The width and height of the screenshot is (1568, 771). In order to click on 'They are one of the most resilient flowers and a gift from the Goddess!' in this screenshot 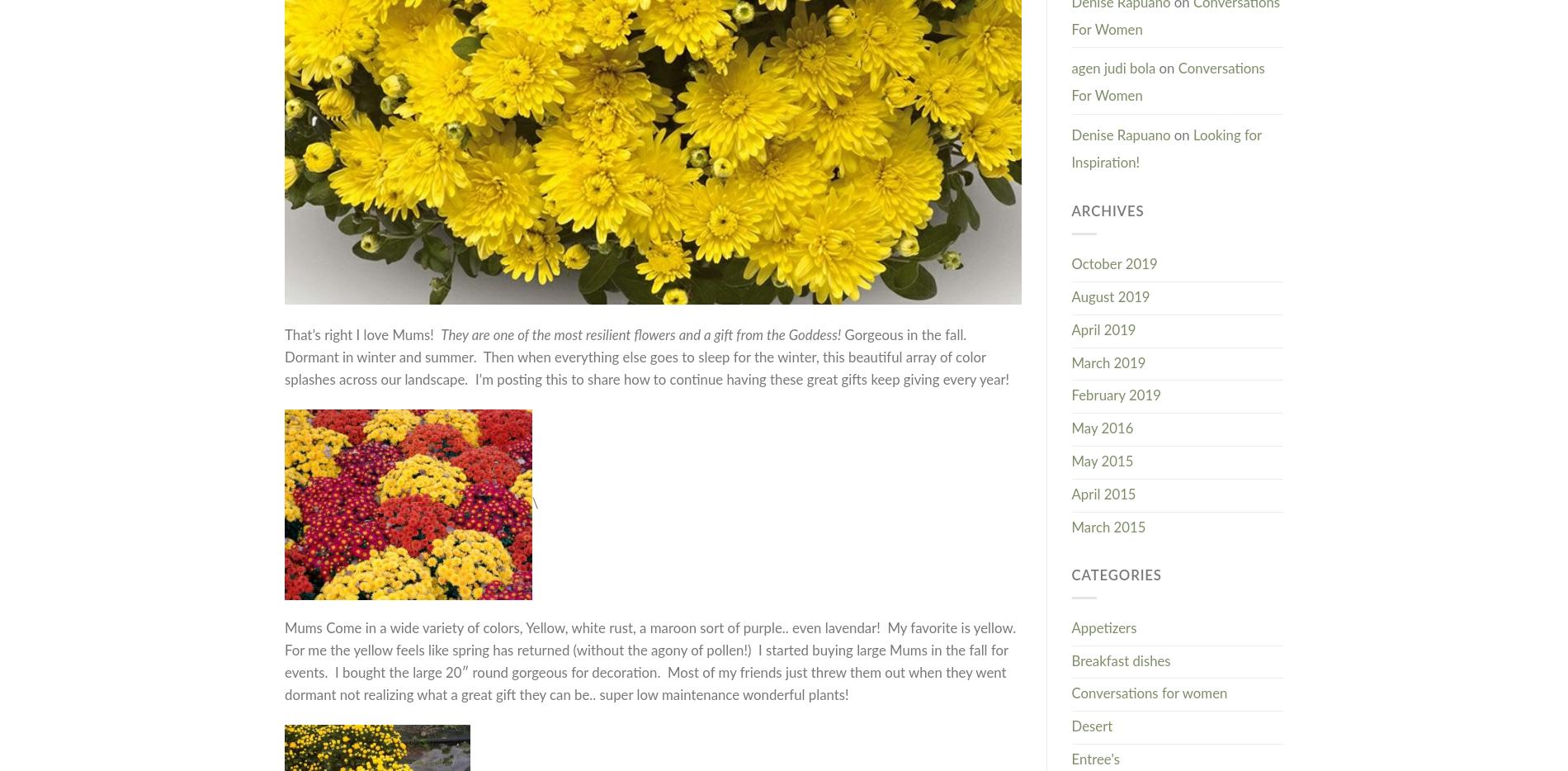, I will do `click(640, 333)`.